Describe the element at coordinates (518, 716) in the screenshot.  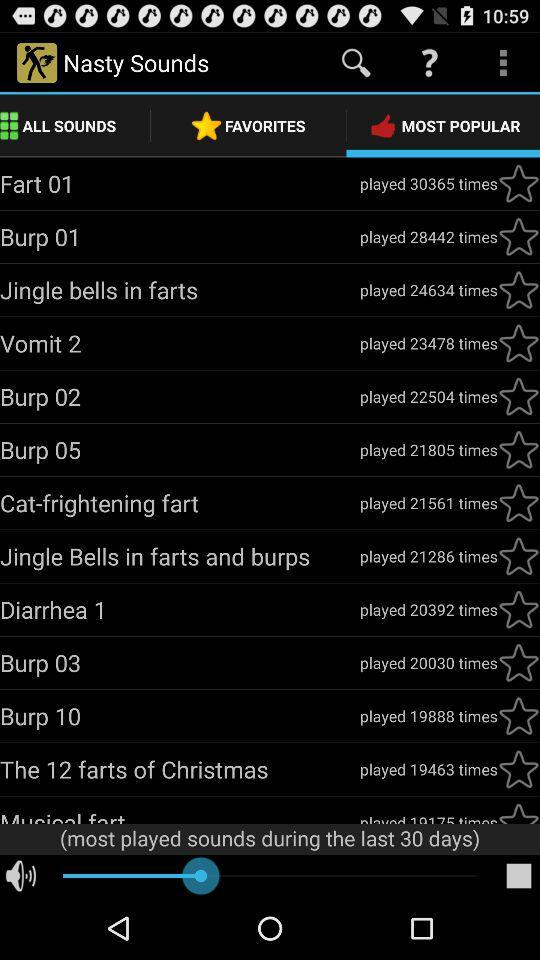
I see `to favorites` at that location.